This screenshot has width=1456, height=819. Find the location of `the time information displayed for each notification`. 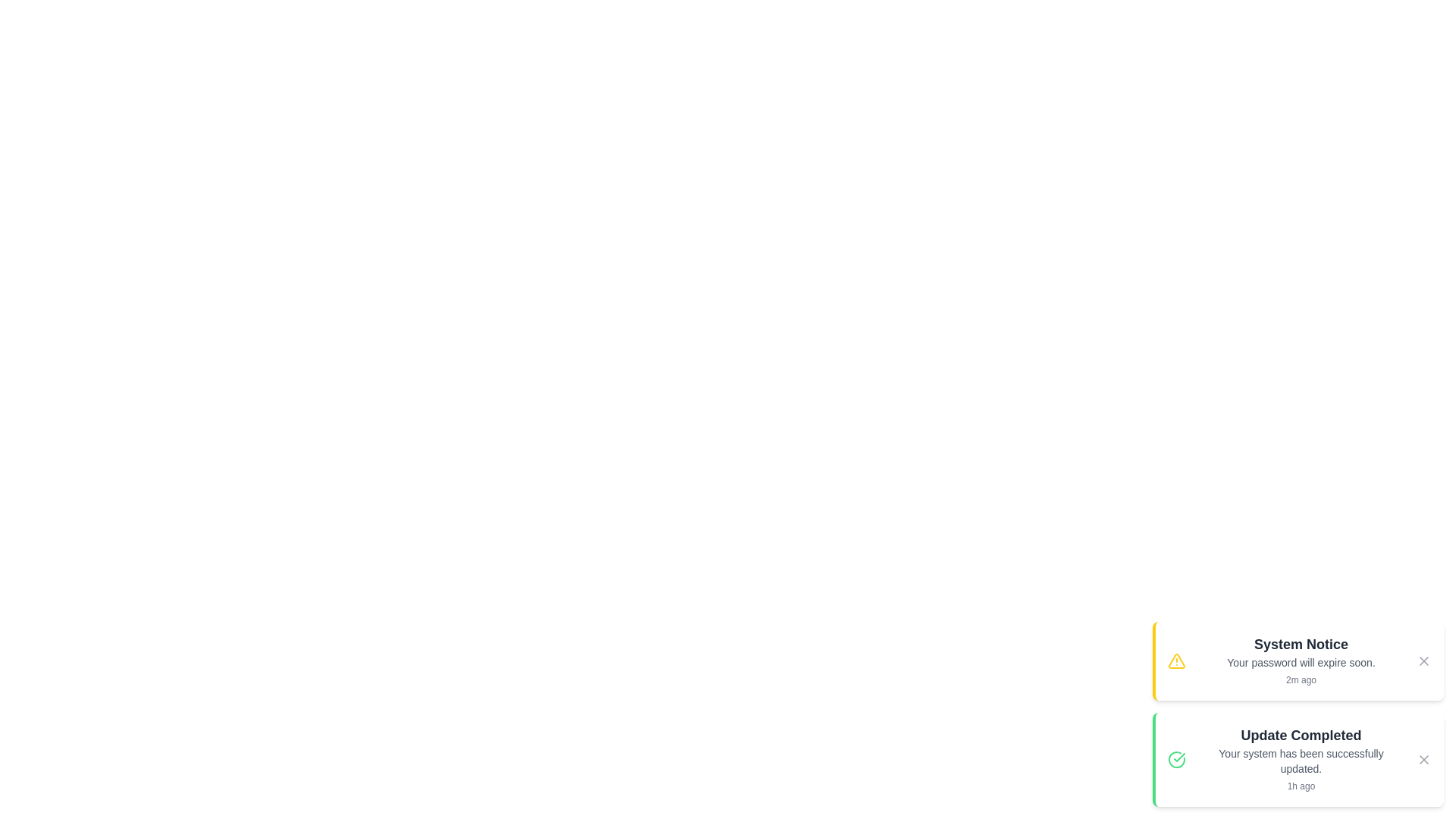

the time information displayed for each notification is located at coordinates (1301, 679).